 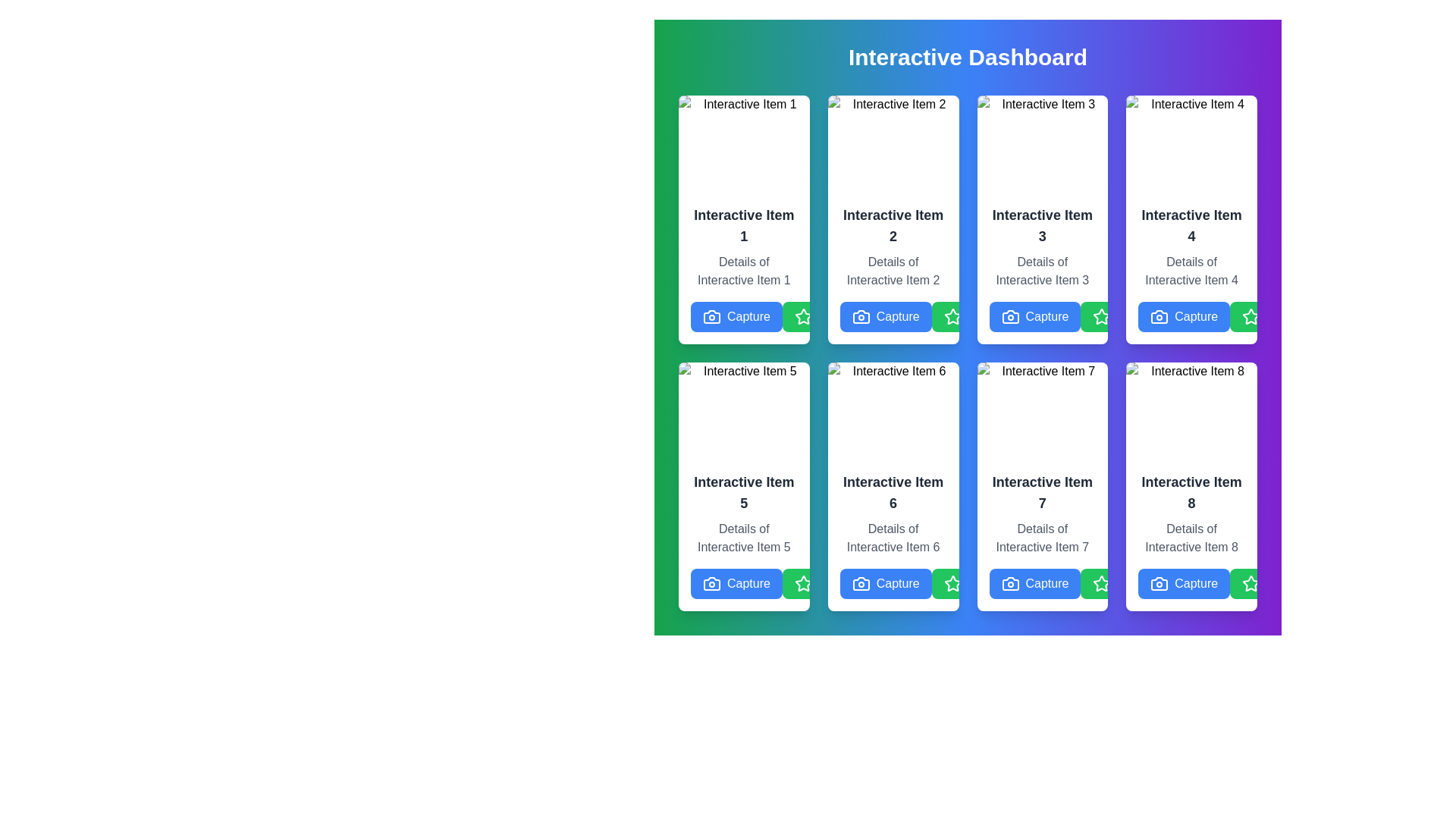 I want to click on the star icon located to the left of the green 'Favorite' button to mark the associated item as a favorite, so click(x=1102, y=315).